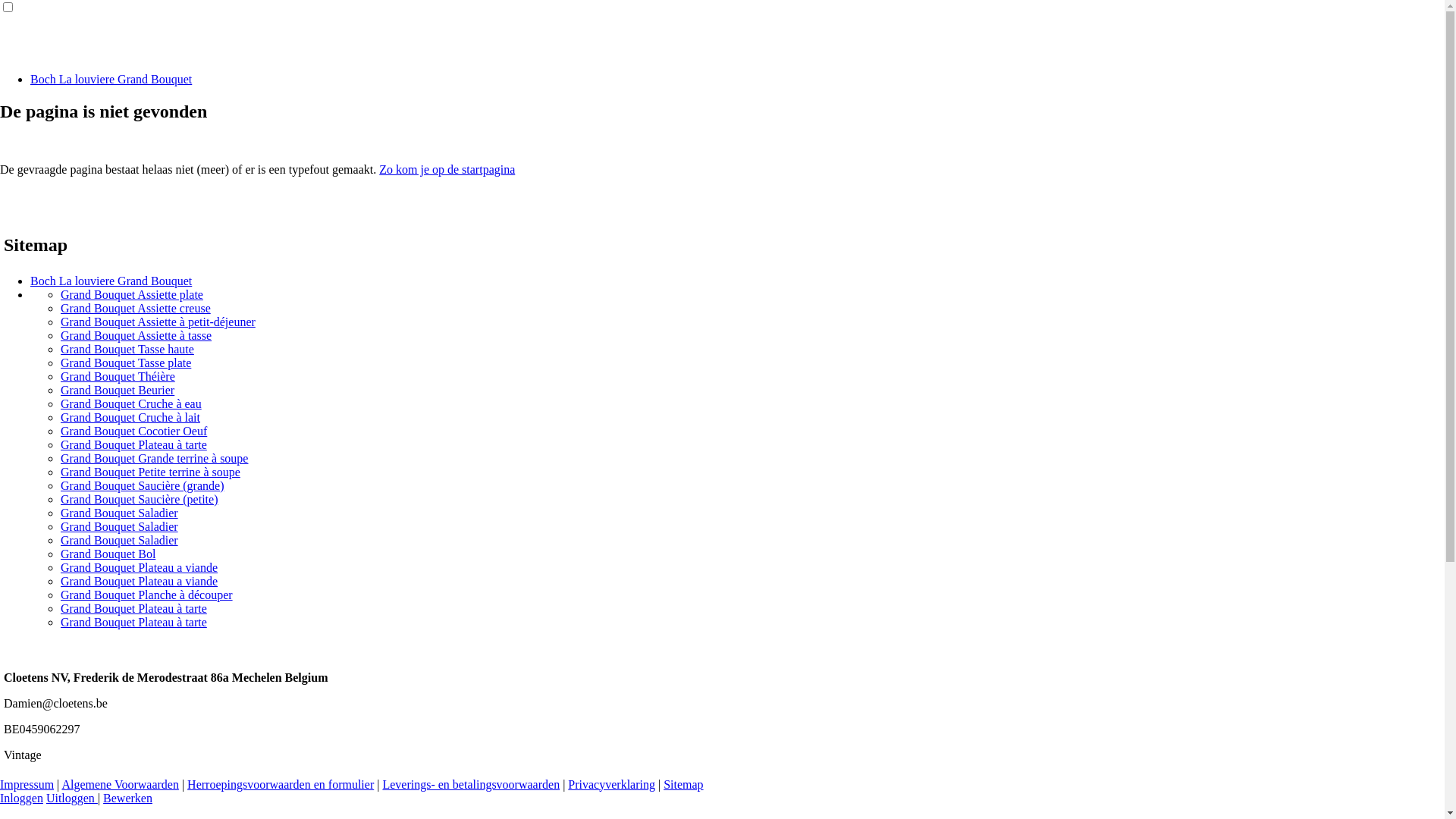 The image size is (1456, 819). I want to click on 'Zo kom je op de startpagina', so click(446, 169).